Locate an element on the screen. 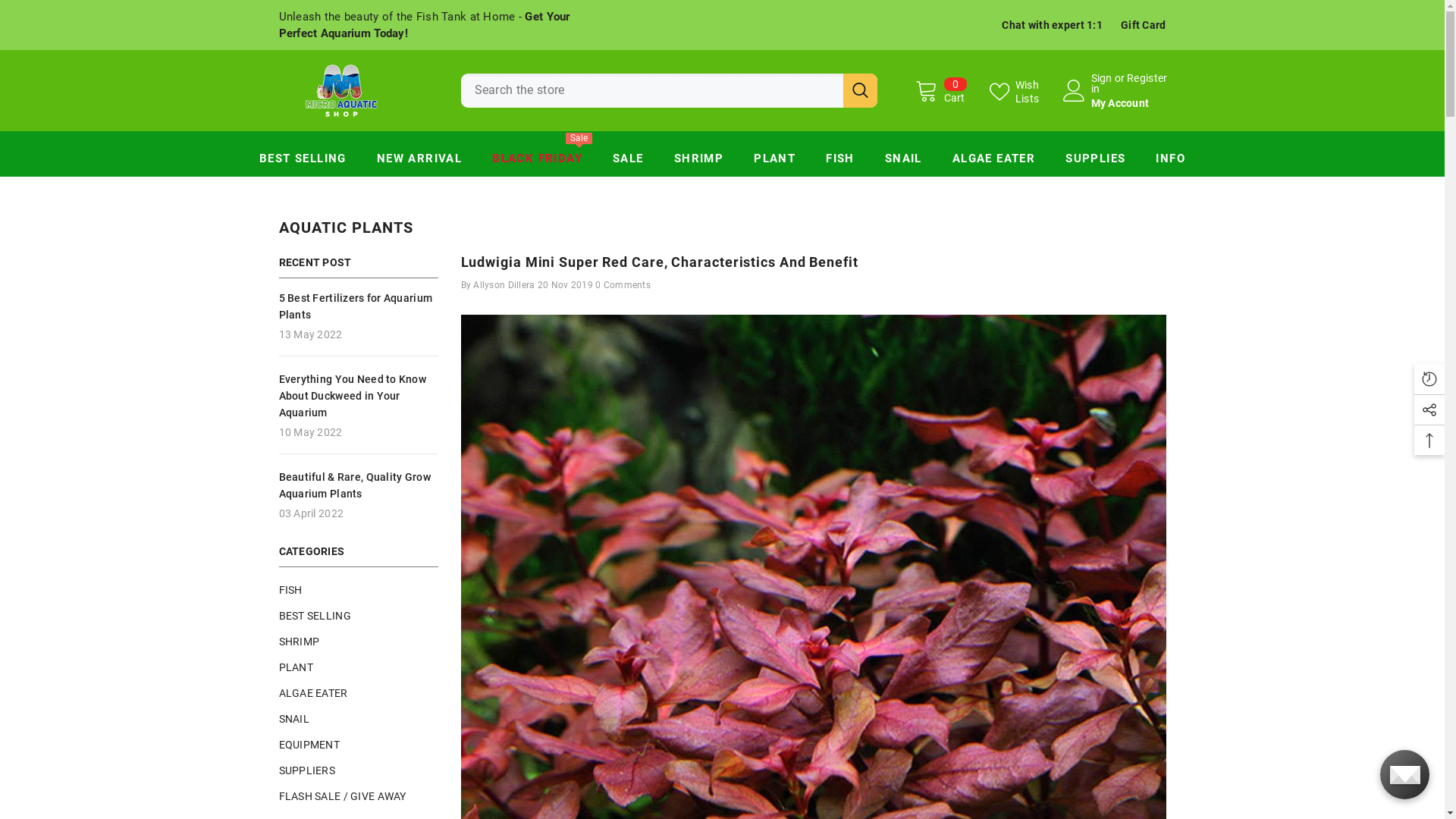 The image size is (1456, 819). 'BLACK FRIDAY is located at coordinates (537, 162).